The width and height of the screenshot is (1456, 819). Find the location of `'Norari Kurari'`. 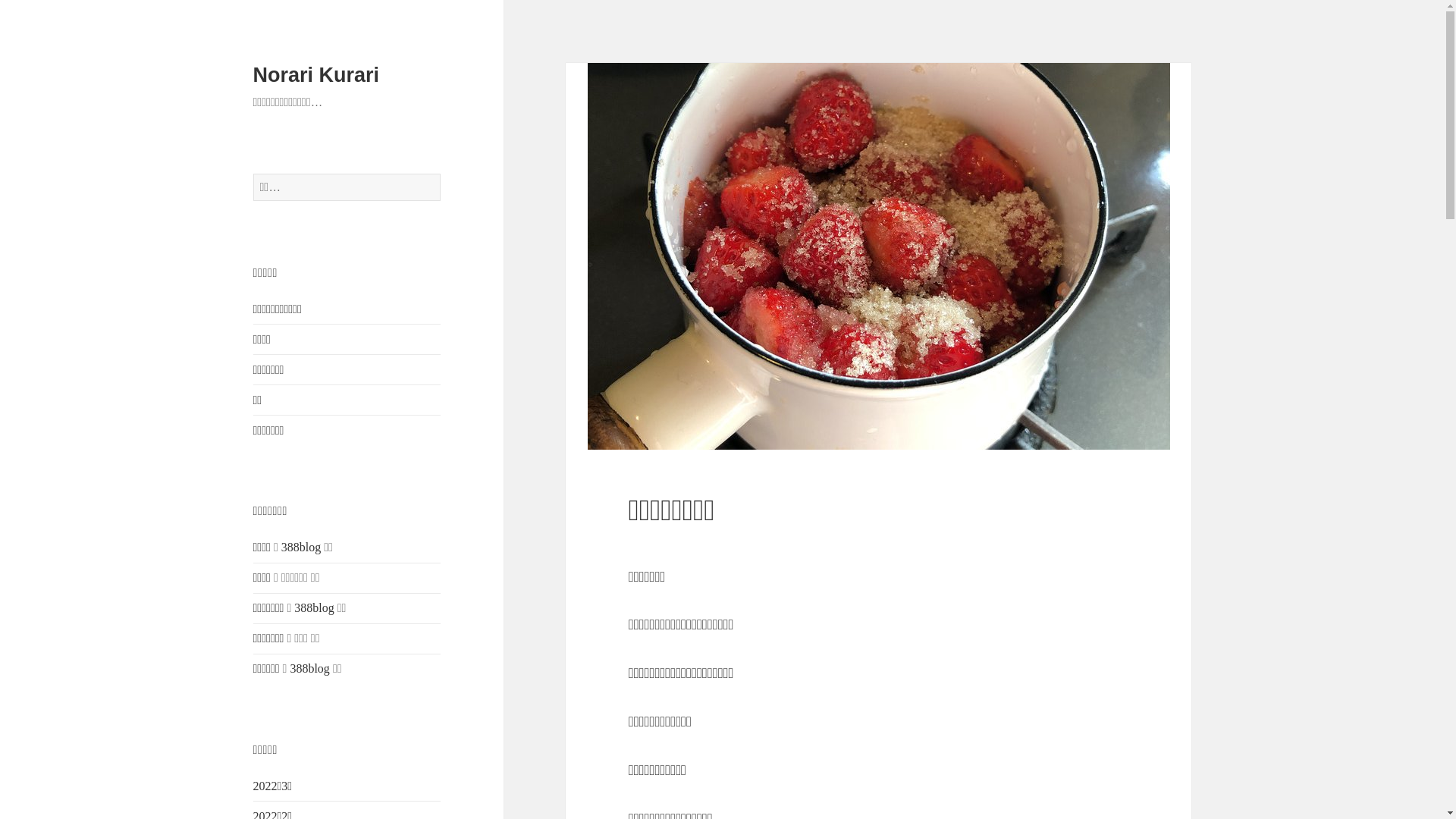

'Norari Kurari' is located at coordinates (315, 75).